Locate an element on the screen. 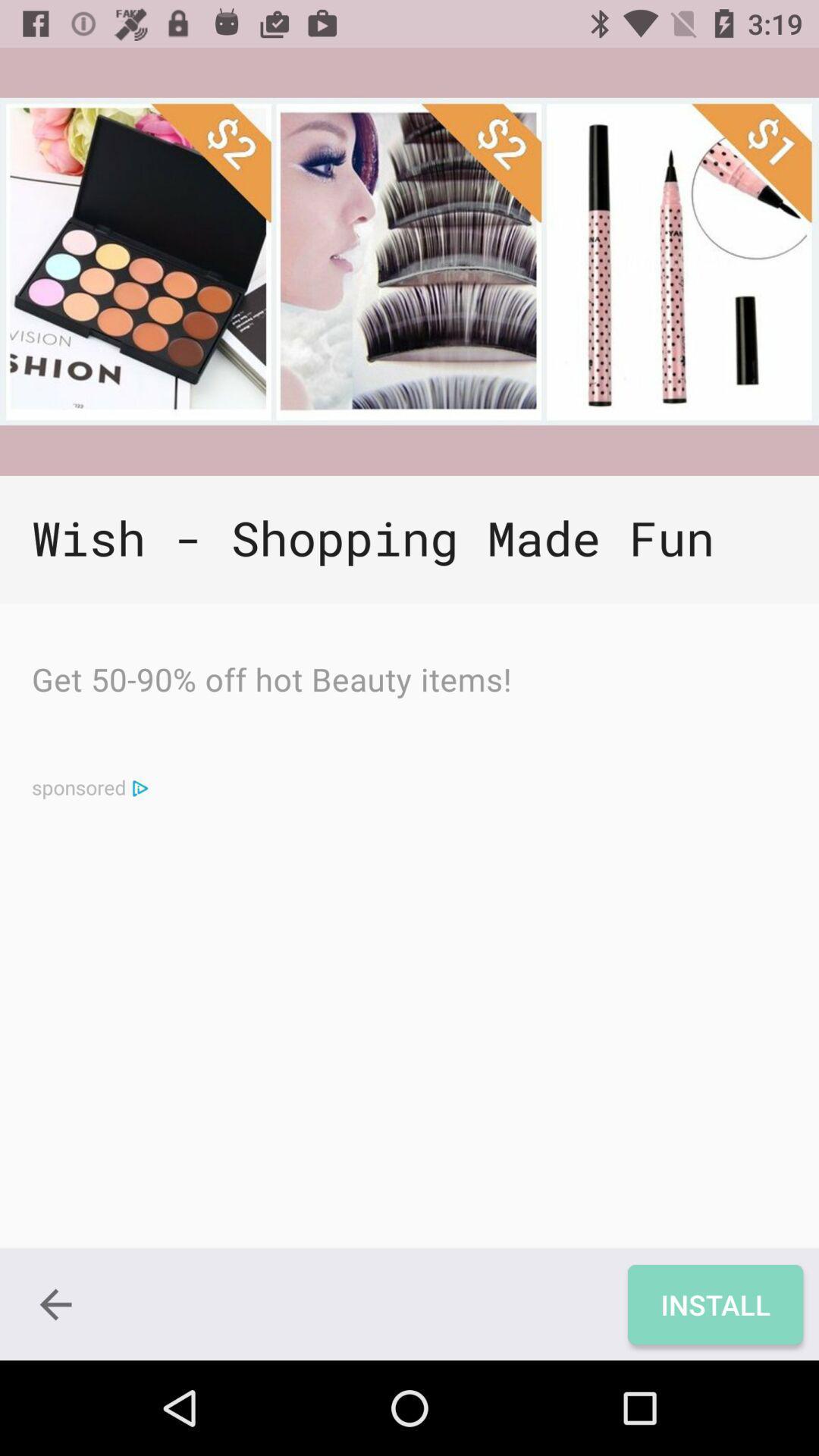 This screenshot has width=819, height=1456. install item is located at coordinates (715, 1304).